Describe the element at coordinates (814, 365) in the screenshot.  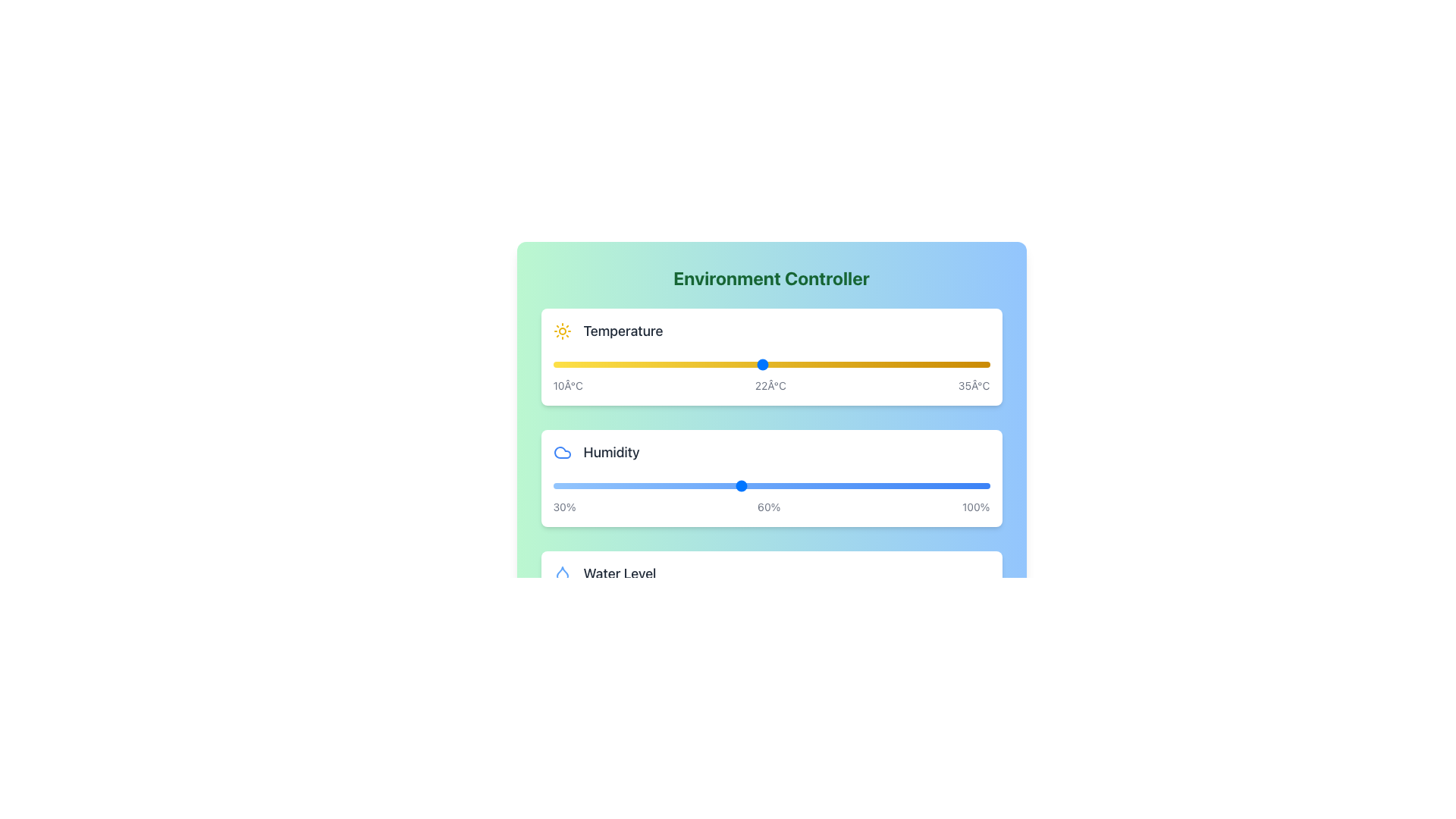
I see `the temperature` at that location.